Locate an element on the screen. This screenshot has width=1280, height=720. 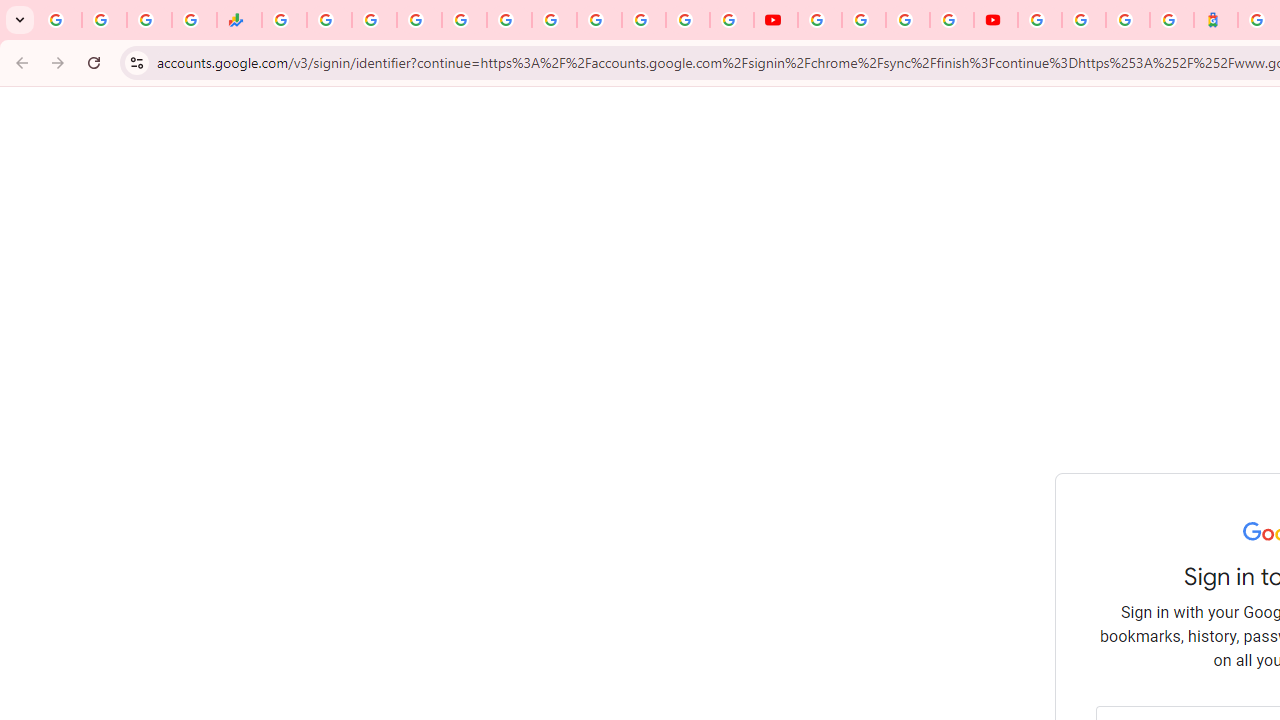
'Atour Hotel - Google hotels' is located at coordinates (1215, 20).